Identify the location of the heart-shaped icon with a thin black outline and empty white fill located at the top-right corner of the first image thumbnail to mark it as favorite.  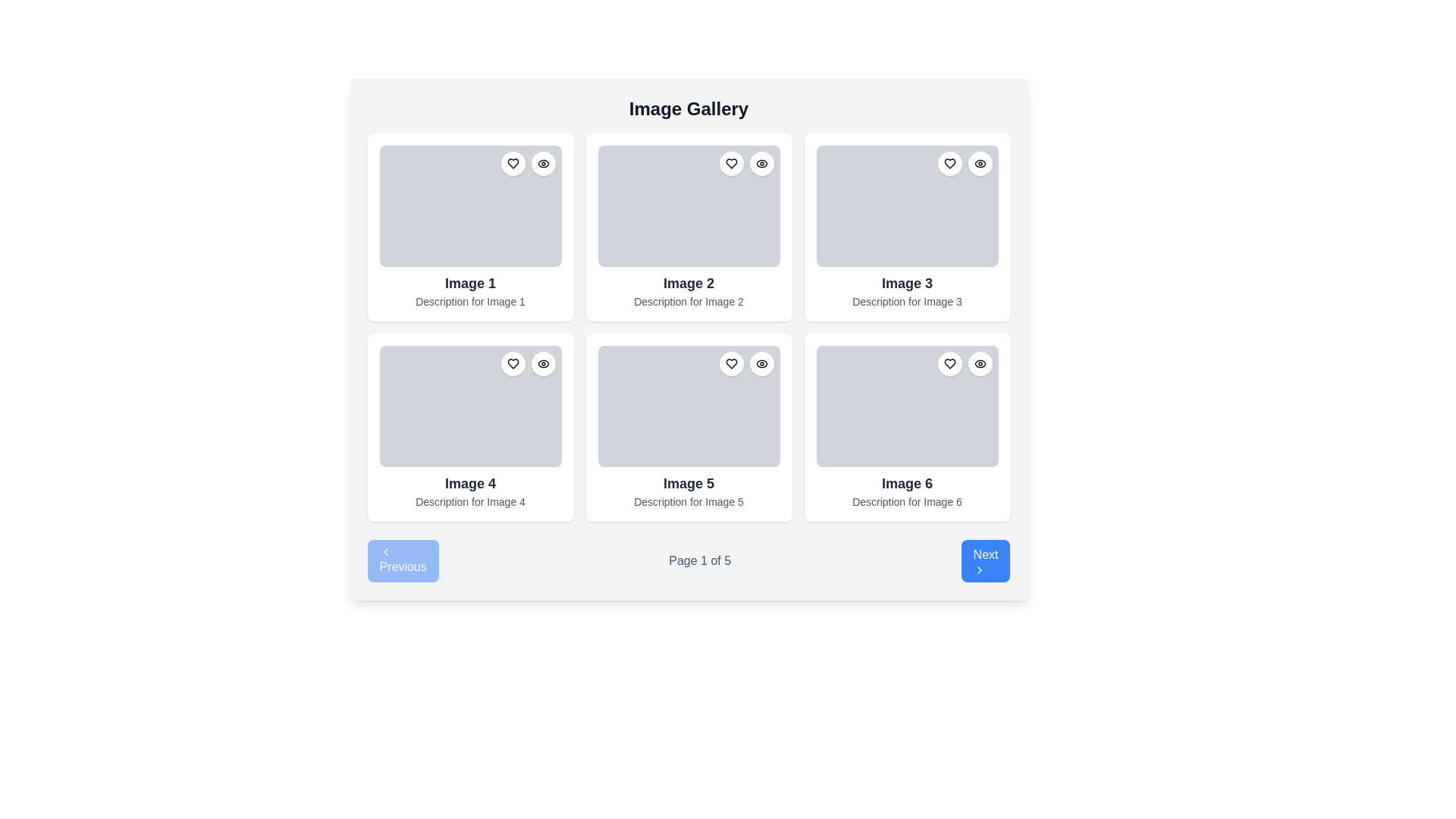
(513, 164).